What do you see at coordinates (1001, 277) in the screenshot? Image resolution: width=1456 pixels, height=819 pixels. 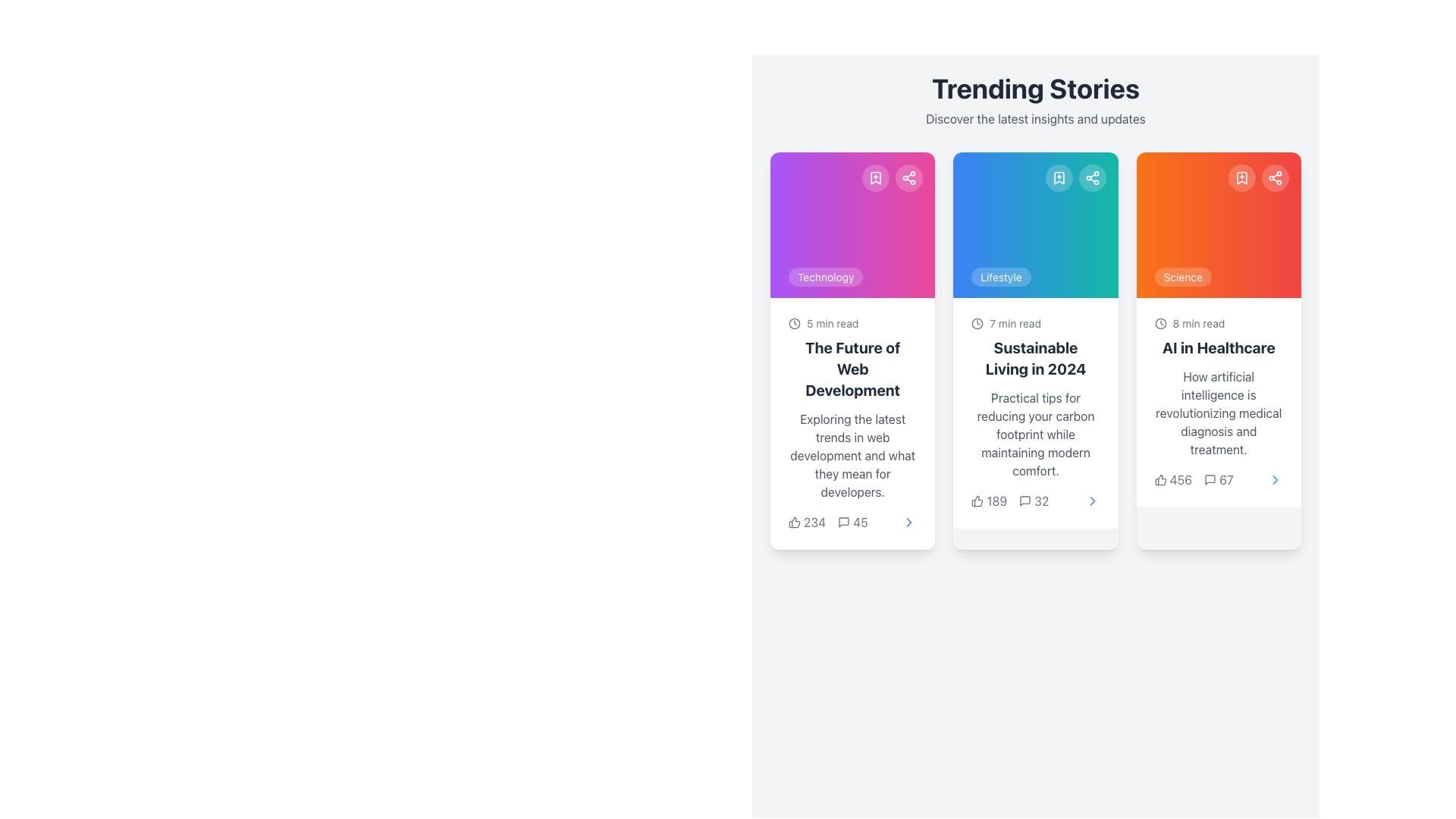 I see `the pill-shaped button labeled 'Lifestyle' which is displayed in white font on a semi-transparent white background within the second card from the left, featuring a green-to-blue gradient background` at bounding box center [1001, 277].